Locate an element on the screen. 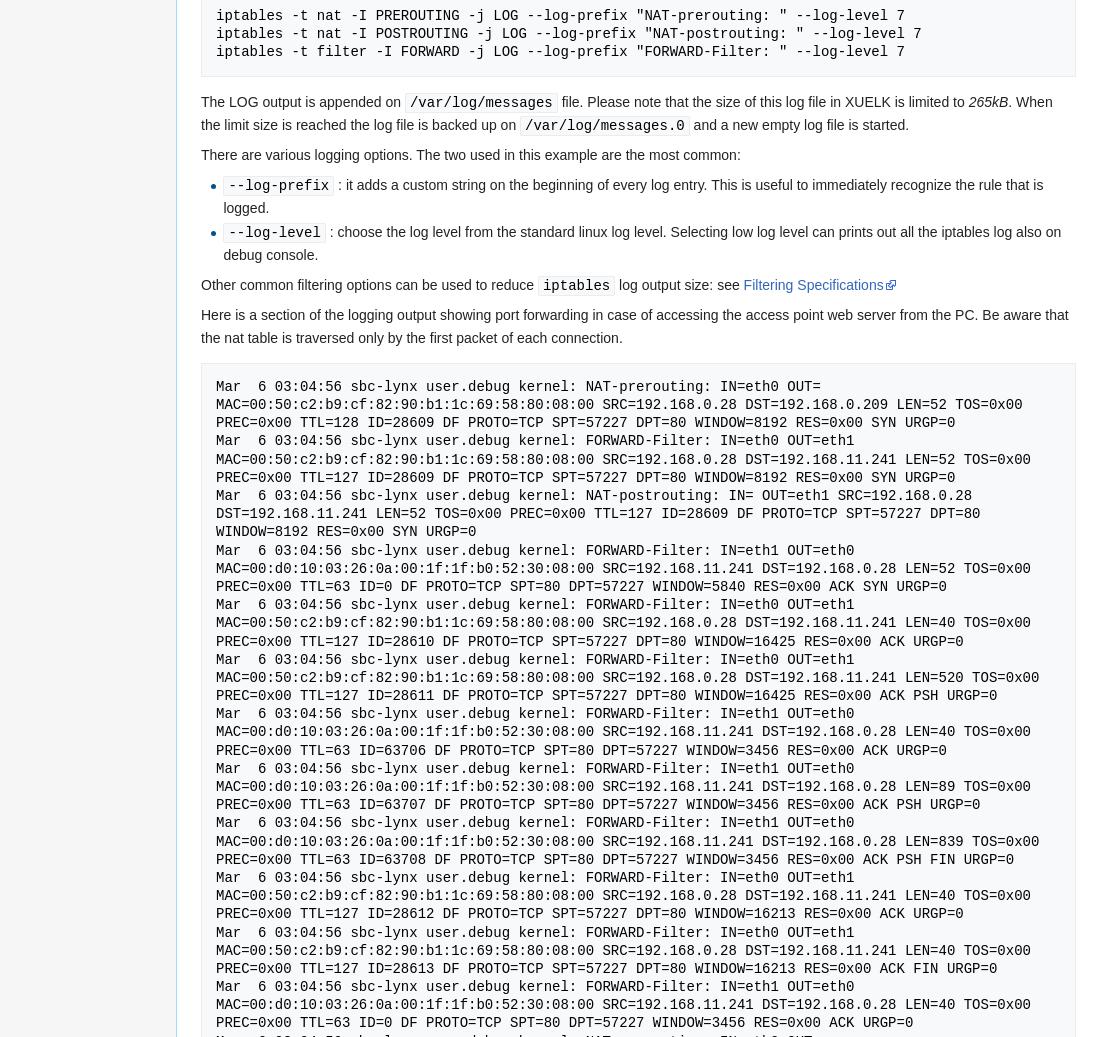 The height and width of the screenshot is (1037, 1100). 'and a new empty log file is started.' is located at coordinates (688, 123).